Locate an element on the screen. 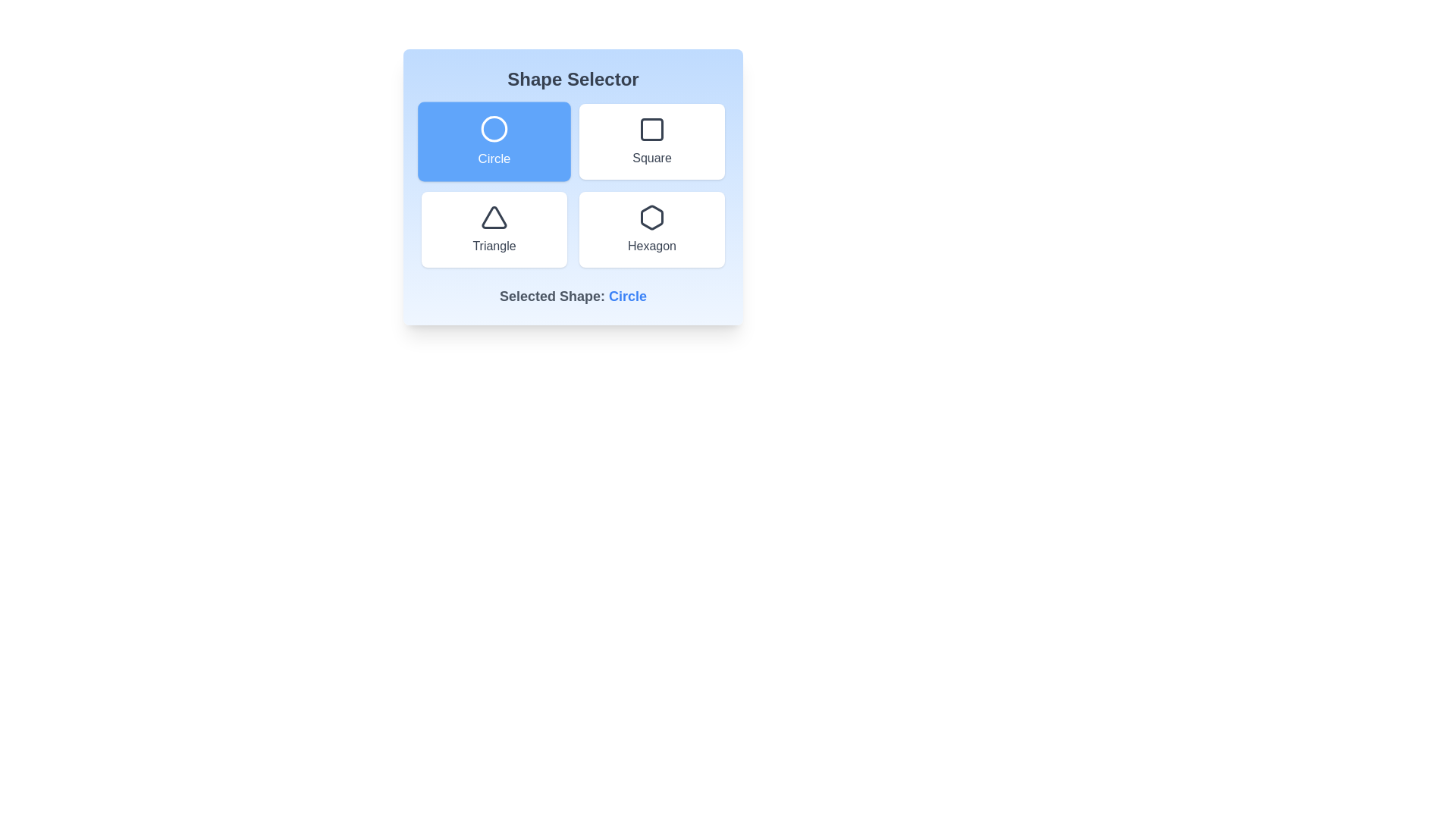 The image size is (1456, 819). the button corresponding to the shape Hexagon to select it is located at coordinates (651, 230).